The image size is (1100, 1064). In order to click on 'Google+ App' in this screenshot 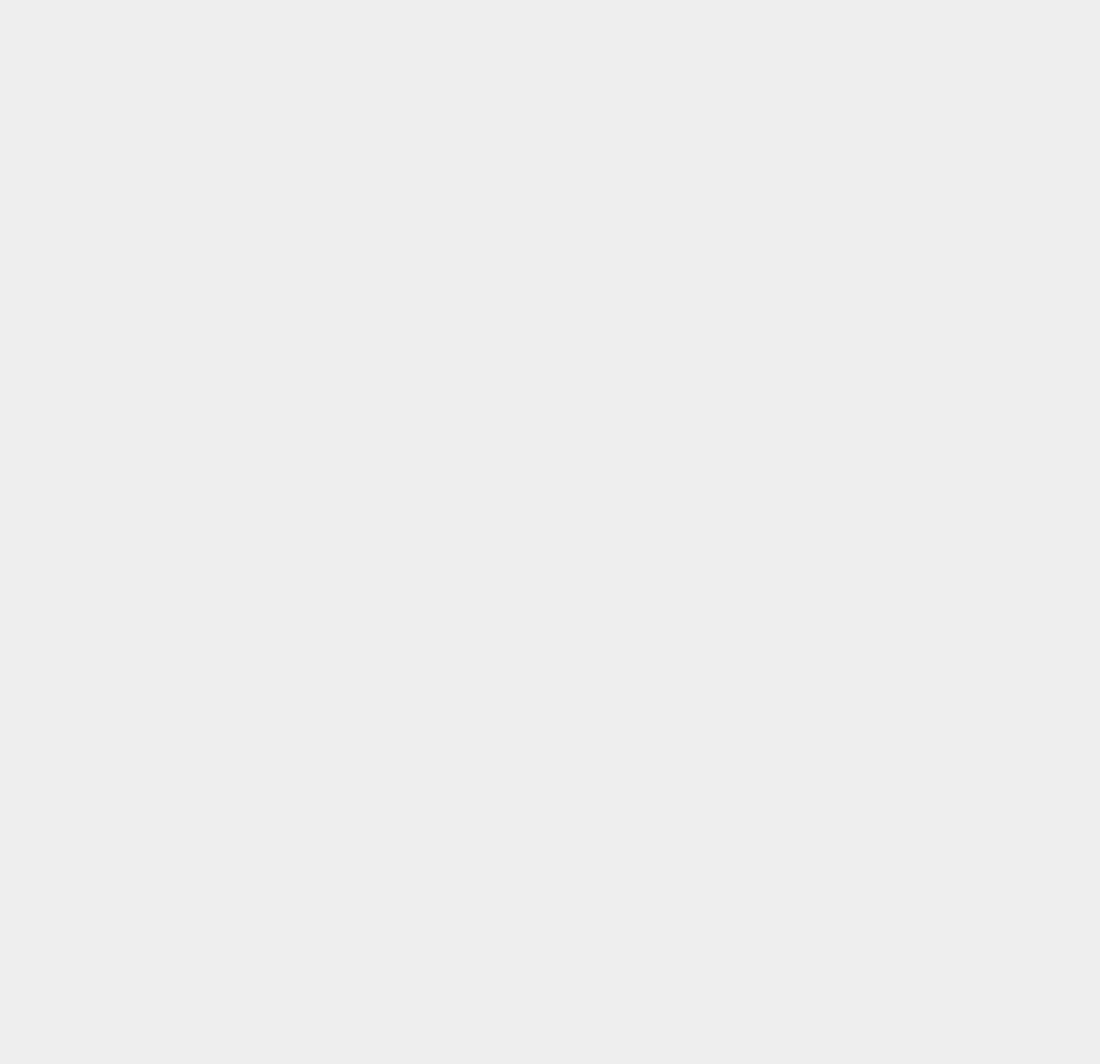, I will do `click(817, 341)`.